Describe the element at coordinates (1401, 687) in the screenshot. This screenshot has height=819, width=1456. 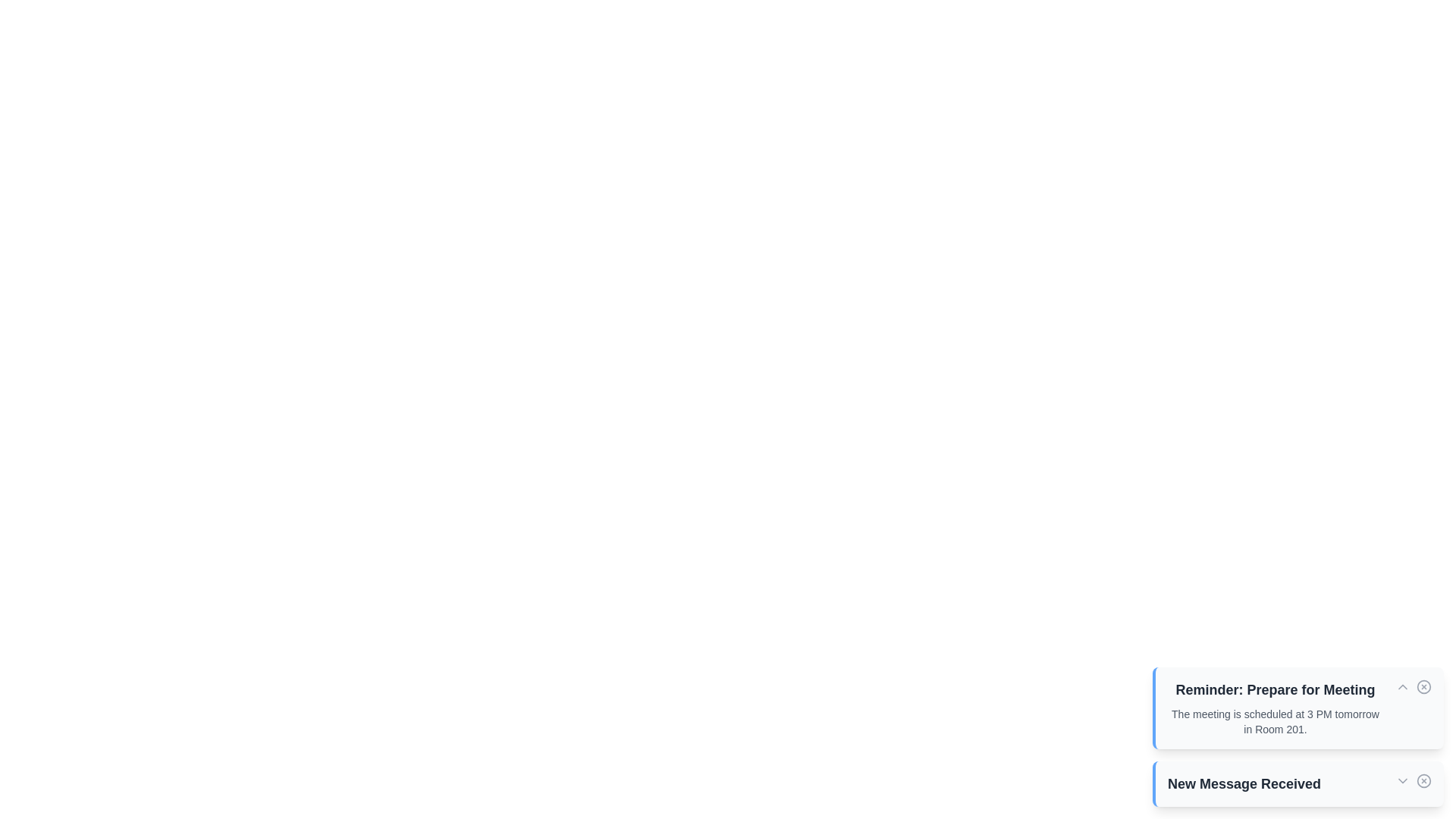
I see `expand button of the notification to reveal its details` at that location.